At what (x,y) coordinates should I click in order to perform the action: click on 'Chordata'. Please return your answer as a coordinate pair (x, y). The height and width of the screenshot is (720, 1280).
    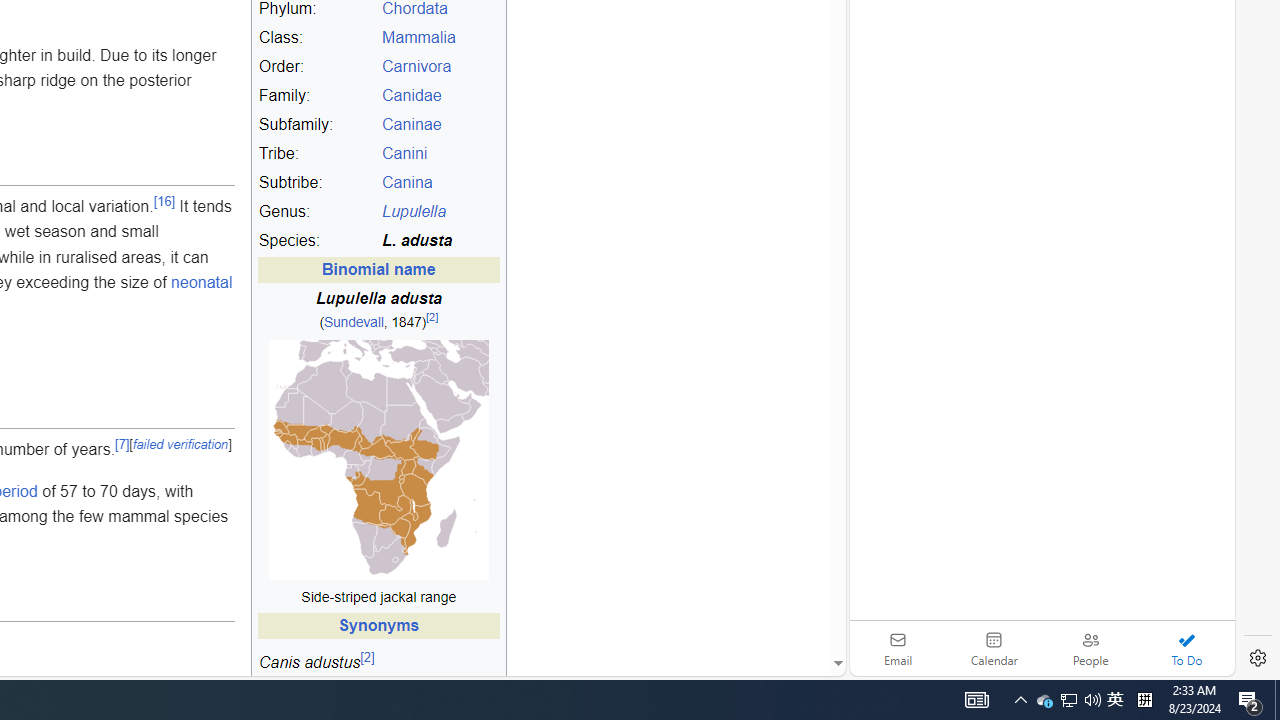
    Looking at the image, I should click on (413, 9).